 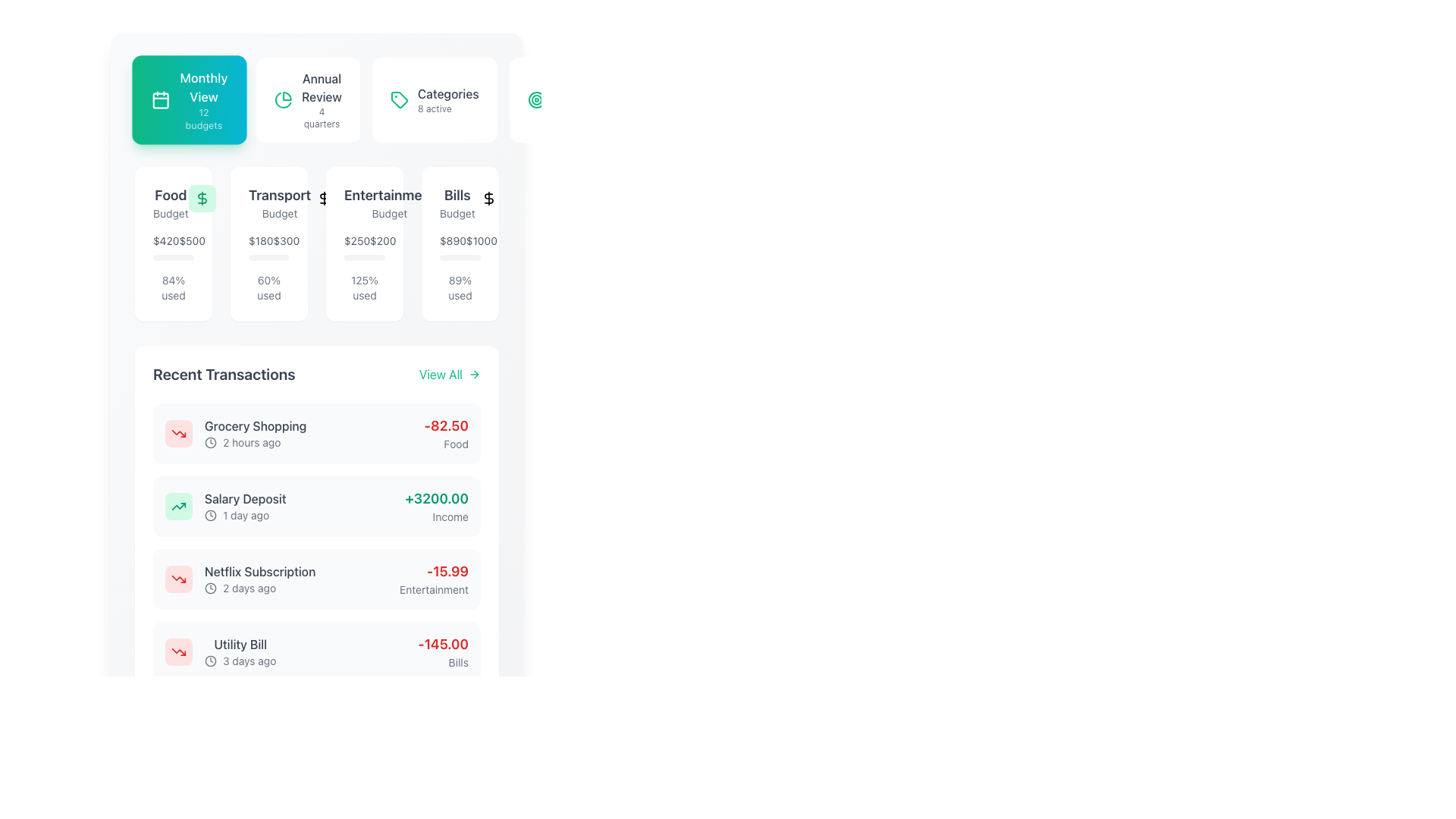 What do you see at coordinates (452, 240) in the screenshot?
I see `the static text label representing the monetary value for 'Bills', which displays the value '$1000'` at bounding box center [452, 240].